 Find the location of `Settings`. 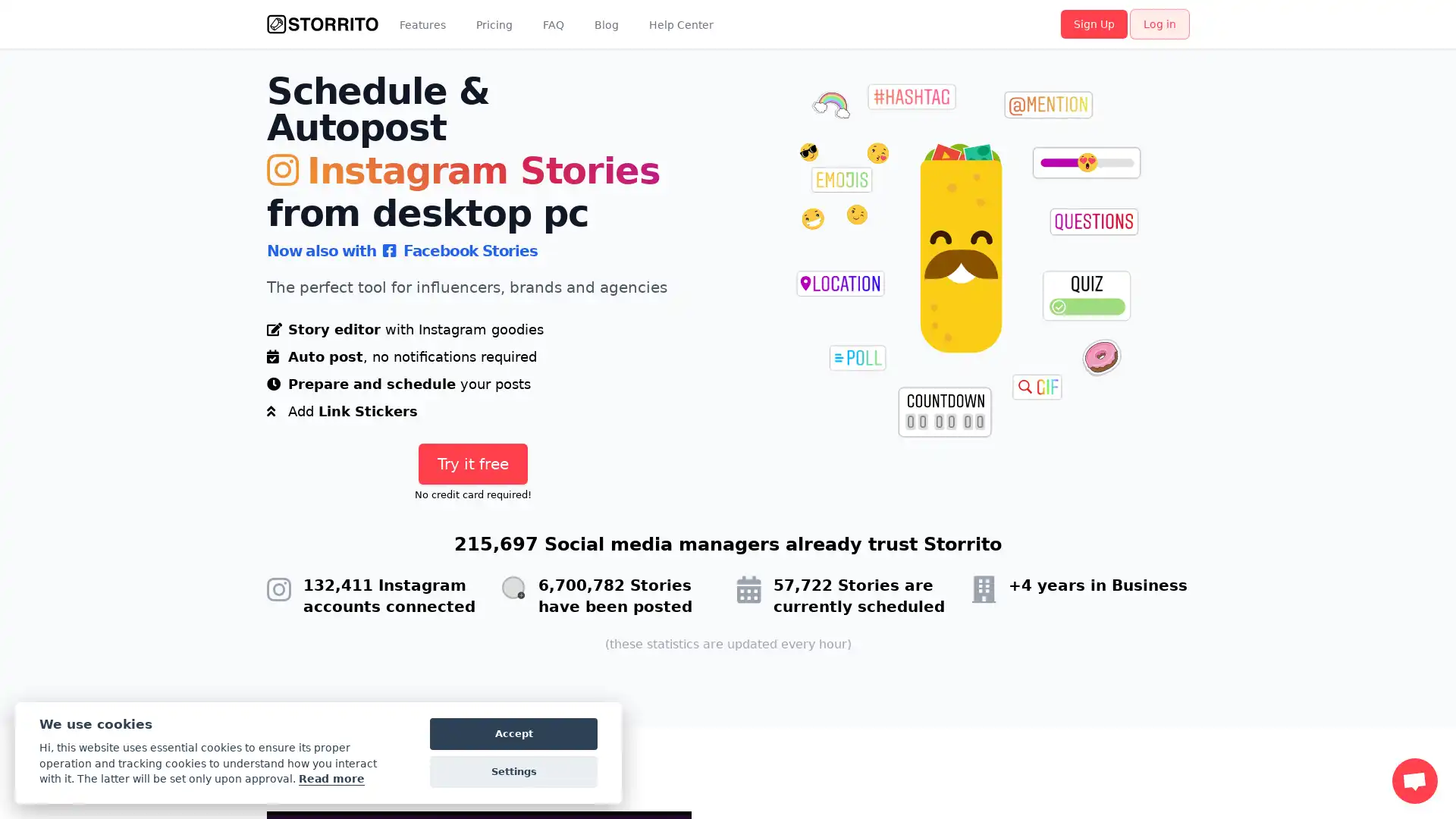

Settings is located at coordinates (513, 772).